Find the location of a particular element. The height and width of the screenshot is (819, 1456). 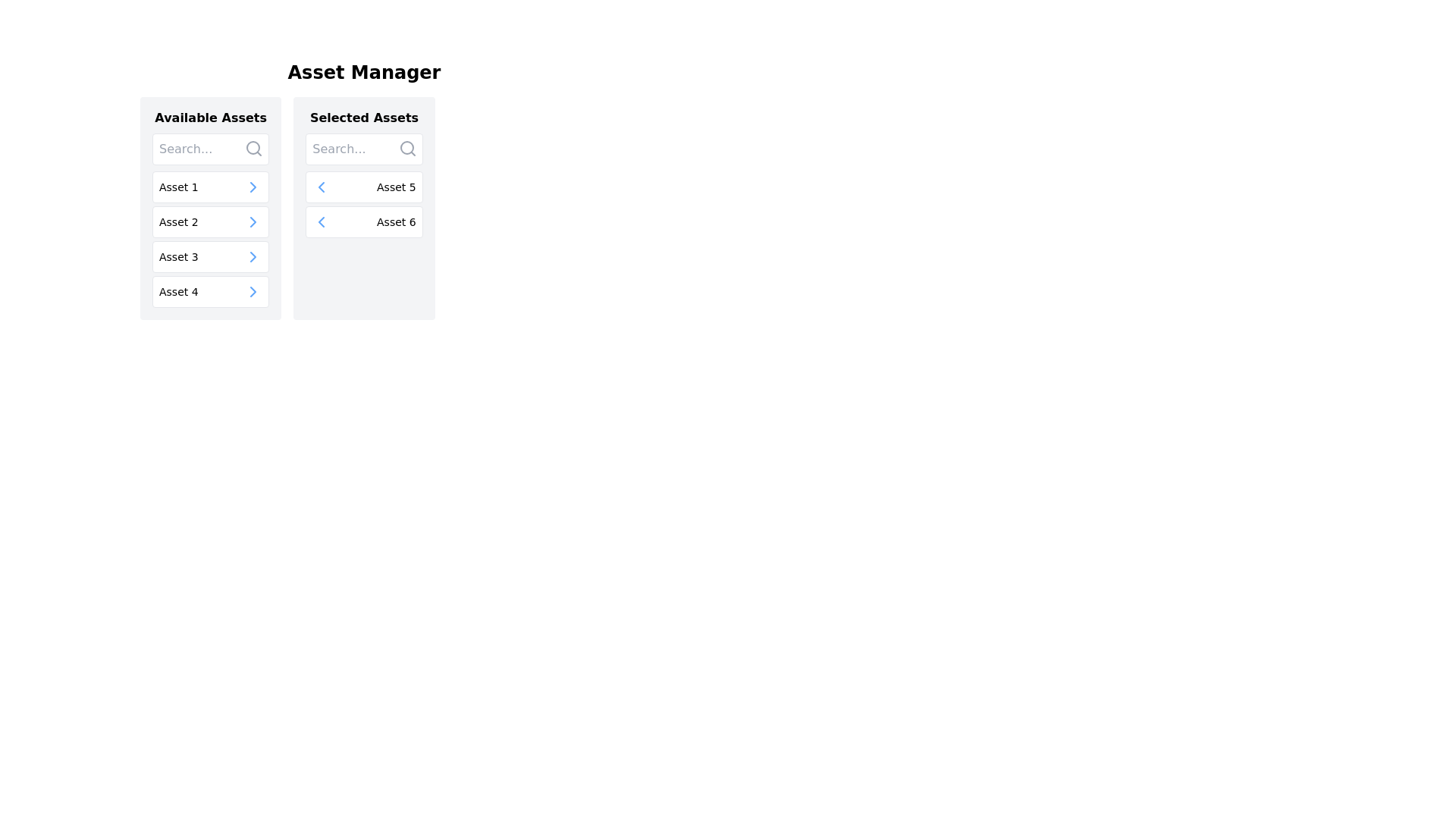

the right-facing chevron icon button associated with 'Asset 3' is located at coordinates (253, 256).